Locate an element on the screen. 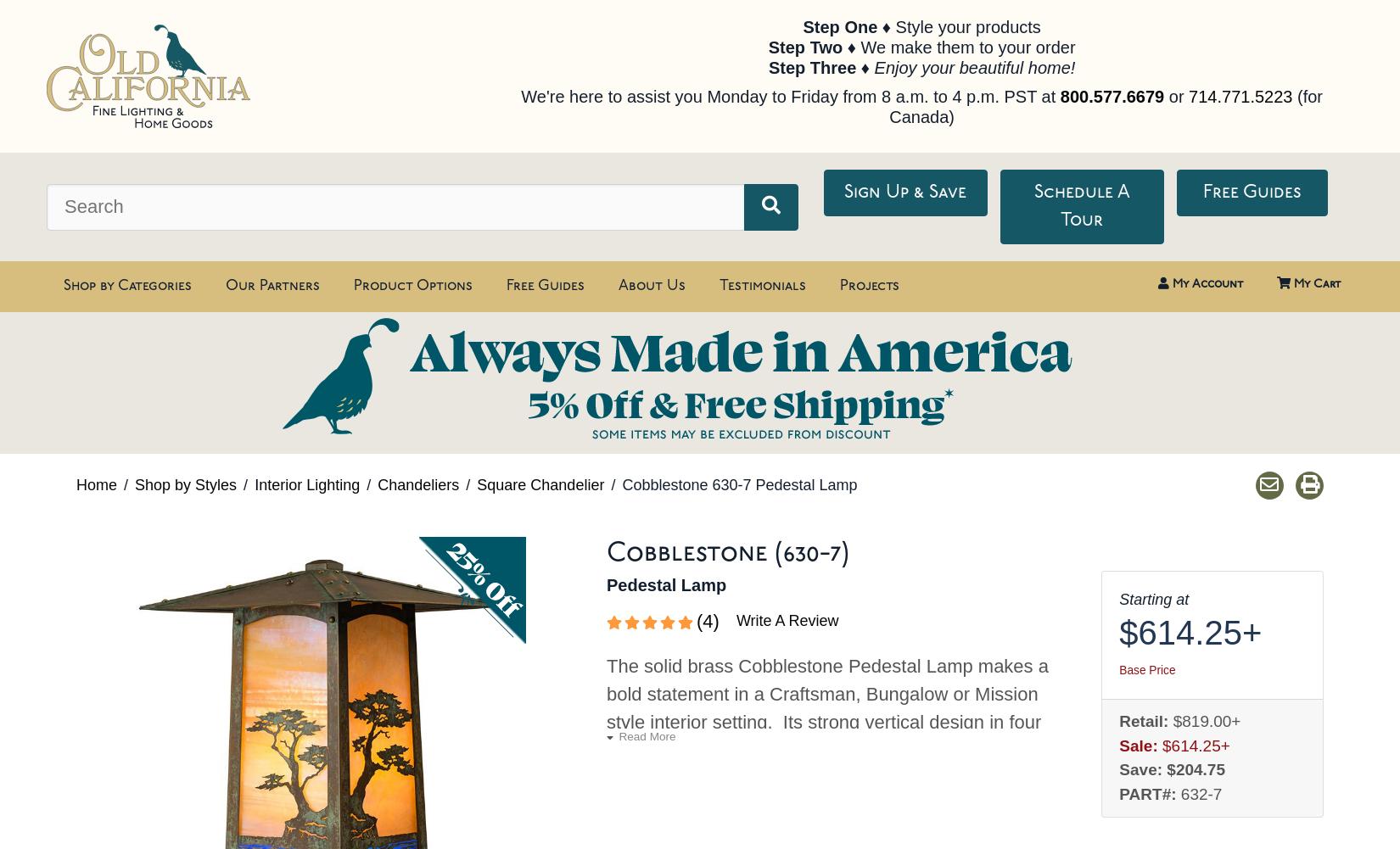 This screenshot has width=1400, height=849. 'Style your products' is located at coordinates (966, 27).